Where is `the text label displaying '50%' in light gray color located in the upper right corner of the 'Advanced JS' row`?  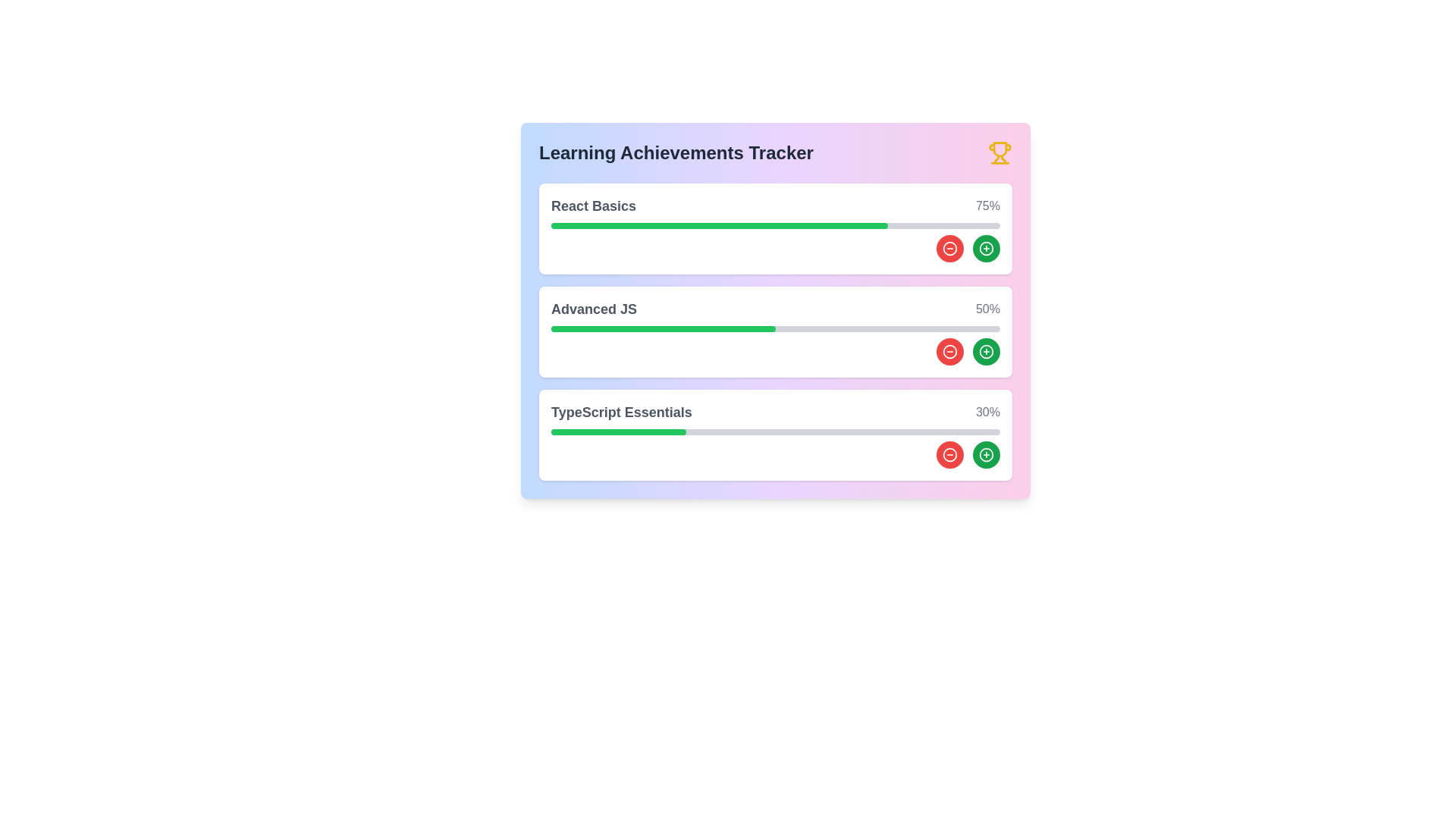 the text label displaying '50%' in light gray color located in the upper right corner of the 'Advanced JS' row is located at coordinates (987, 309).